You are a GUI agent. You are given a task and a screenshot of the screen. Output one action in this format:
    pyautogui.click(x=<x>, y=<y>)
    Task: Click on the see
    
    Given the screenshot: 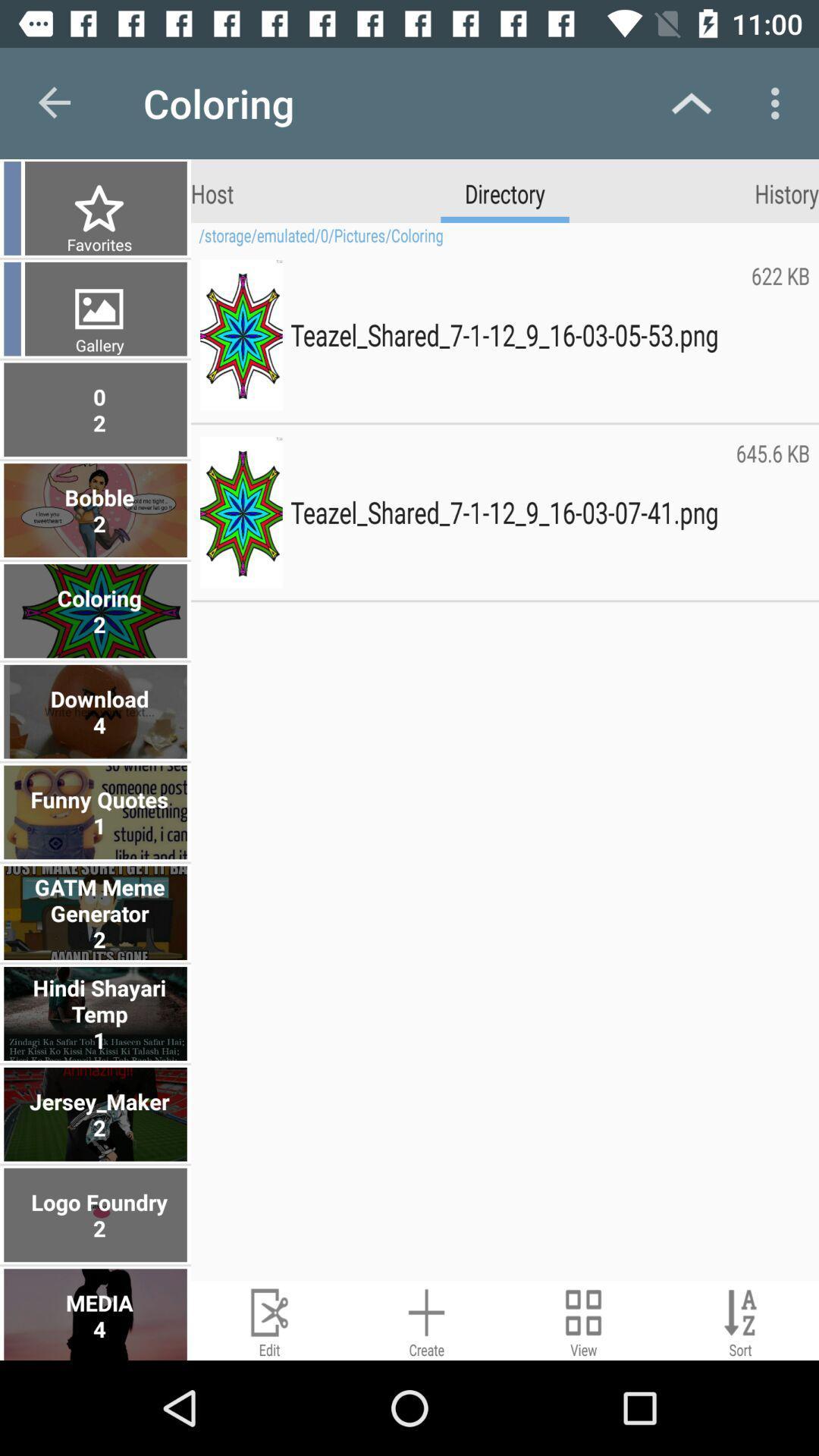 What is the action you would take?
    pyautogui.click(x=582, y=1319)
    